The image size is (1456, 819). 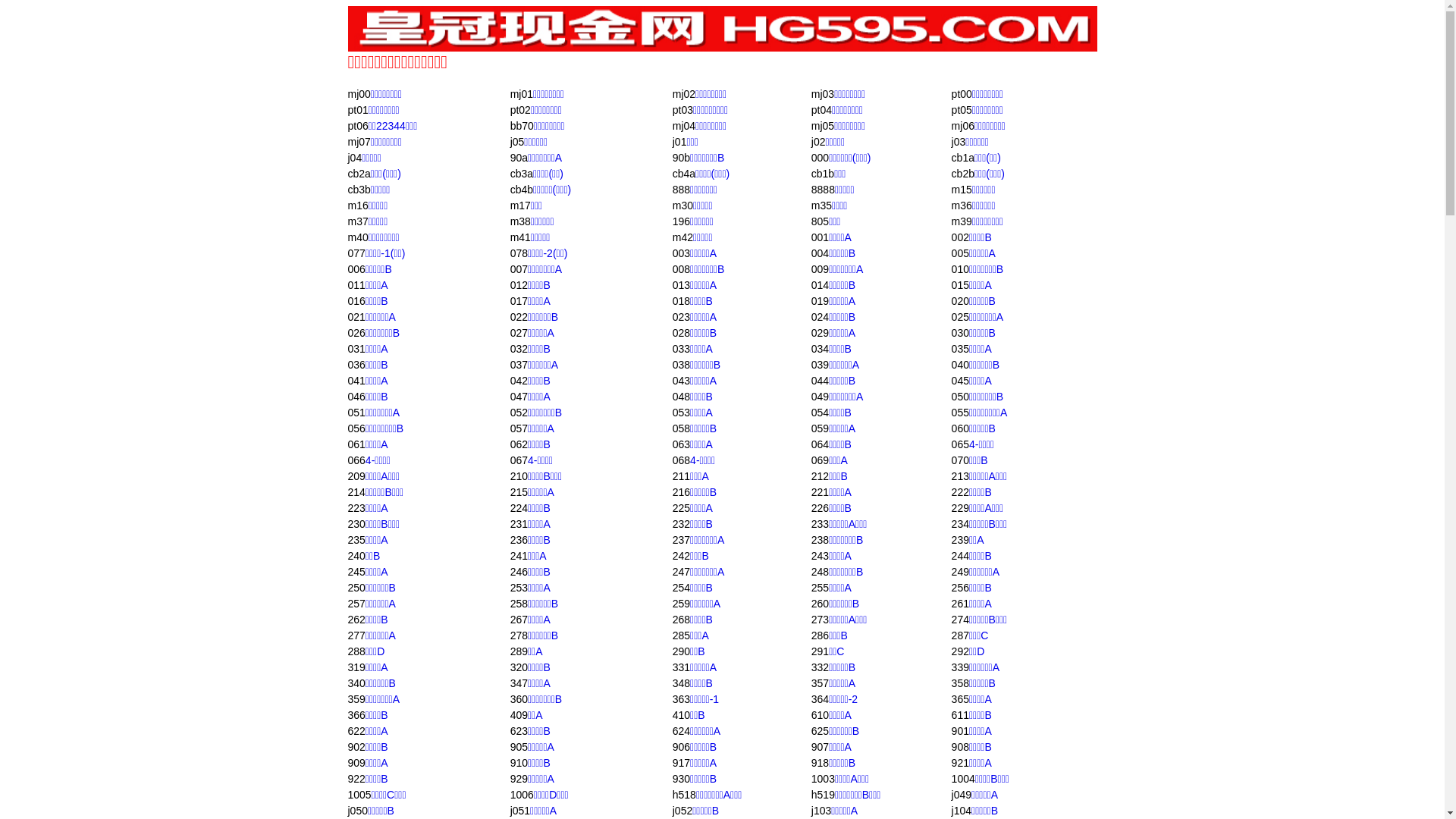 I want to click on '611', so click(x=959, y=714).